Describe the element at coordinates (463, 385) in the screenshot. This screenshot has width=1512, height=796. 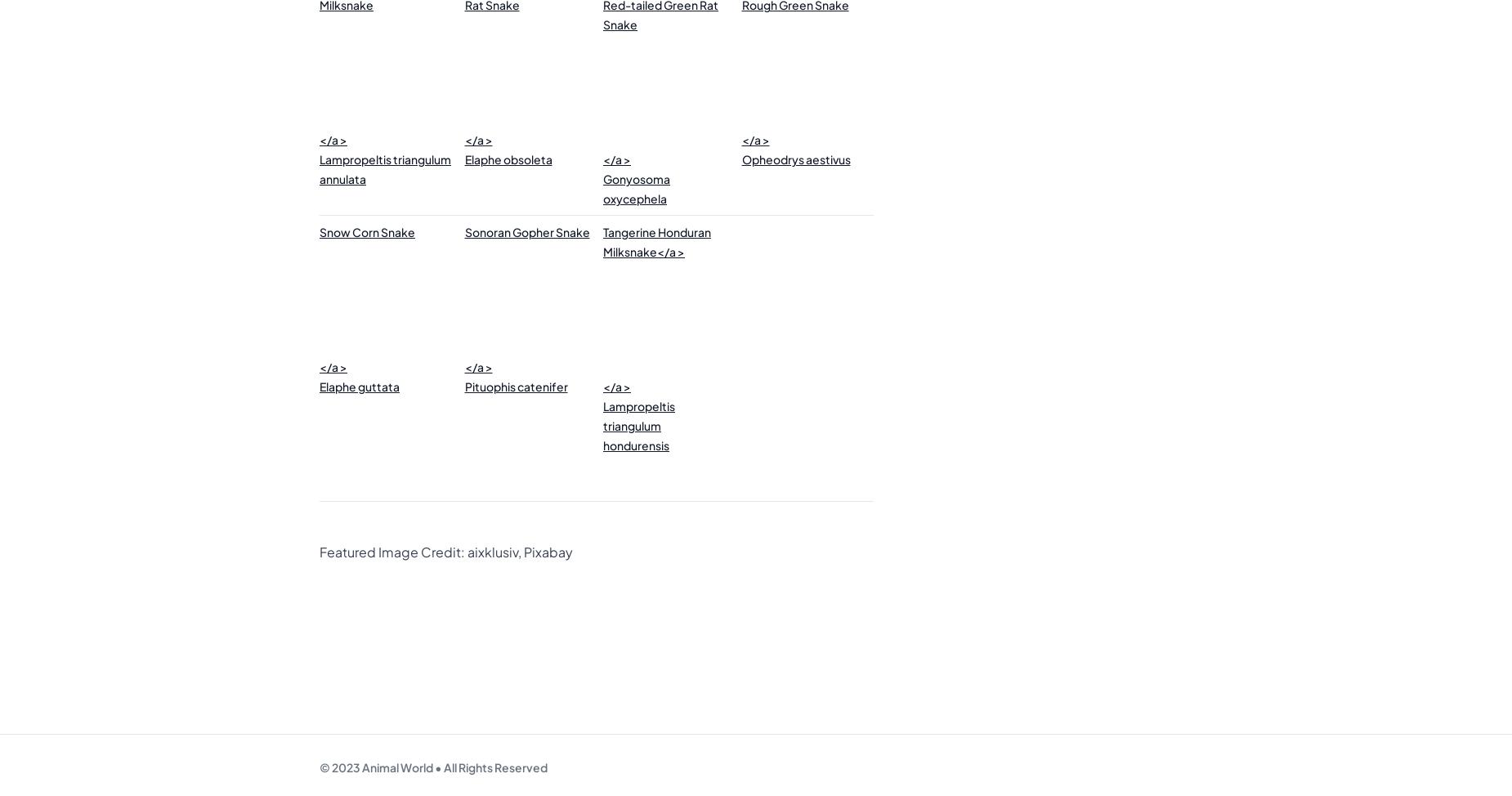
I see `'Pituophis catenifer'` at that location.